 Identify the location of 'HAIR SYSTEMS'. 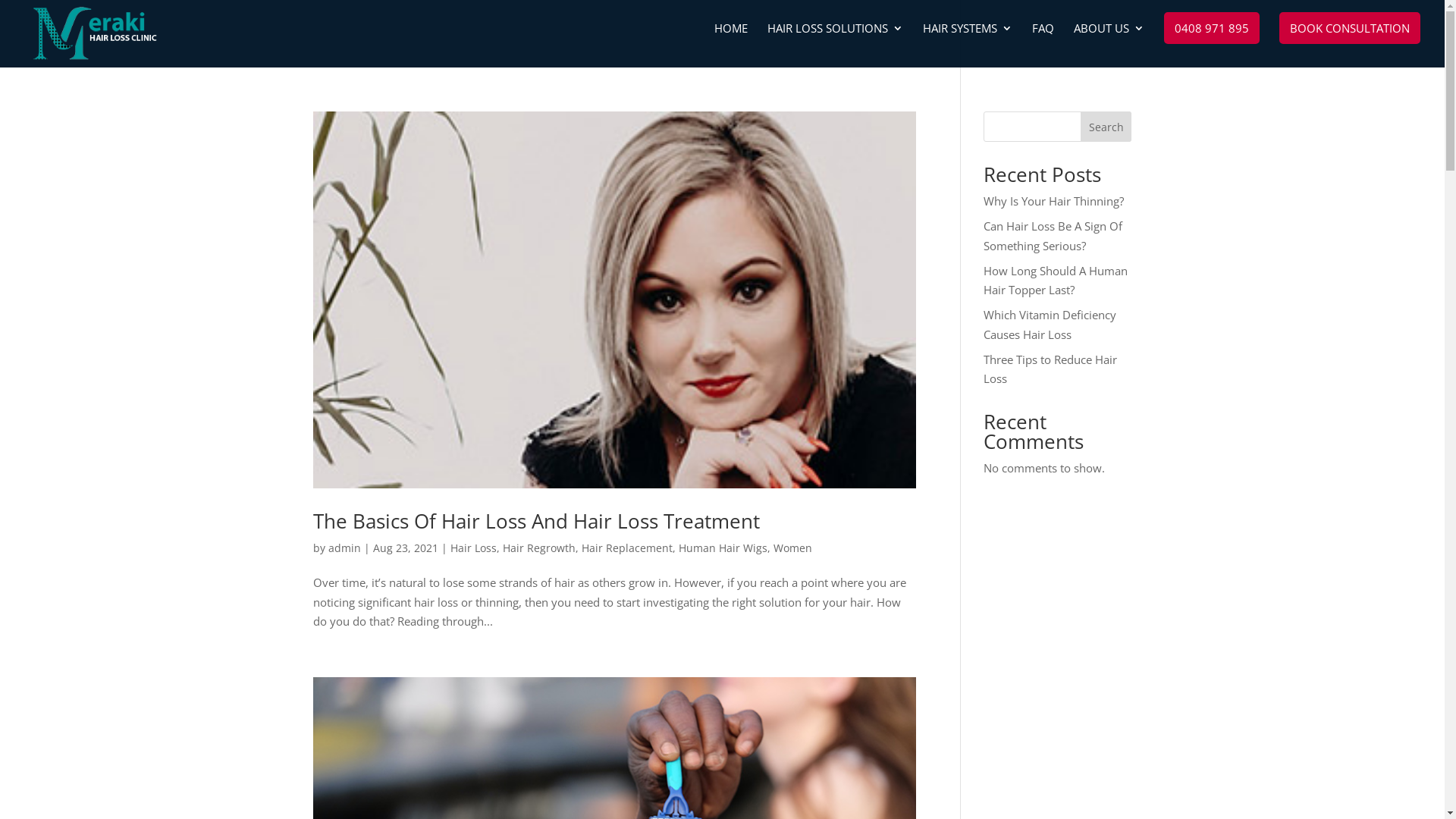
(967, 44).